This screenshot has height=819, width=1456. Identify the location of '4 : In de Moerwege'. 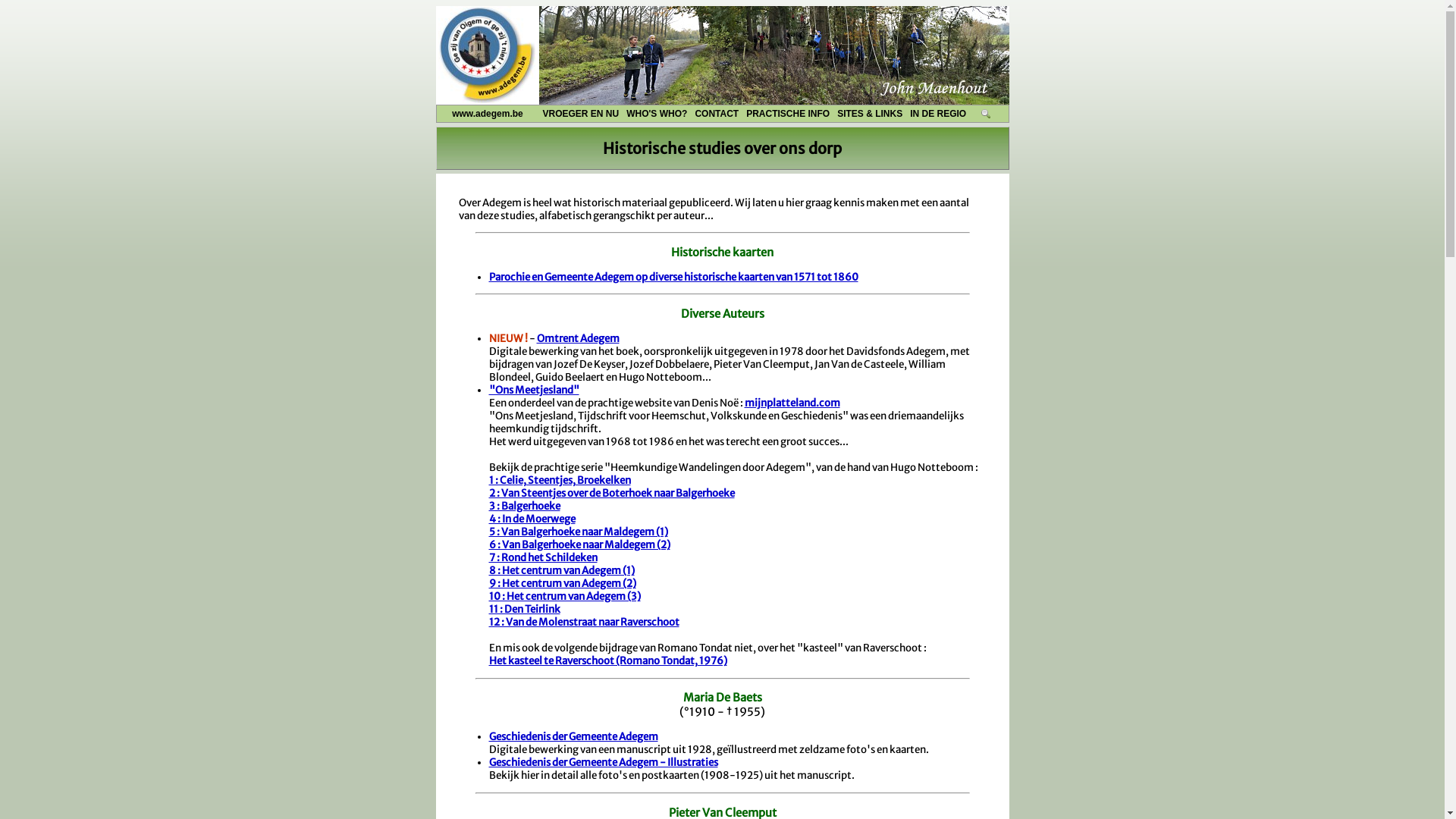
(531, 518).